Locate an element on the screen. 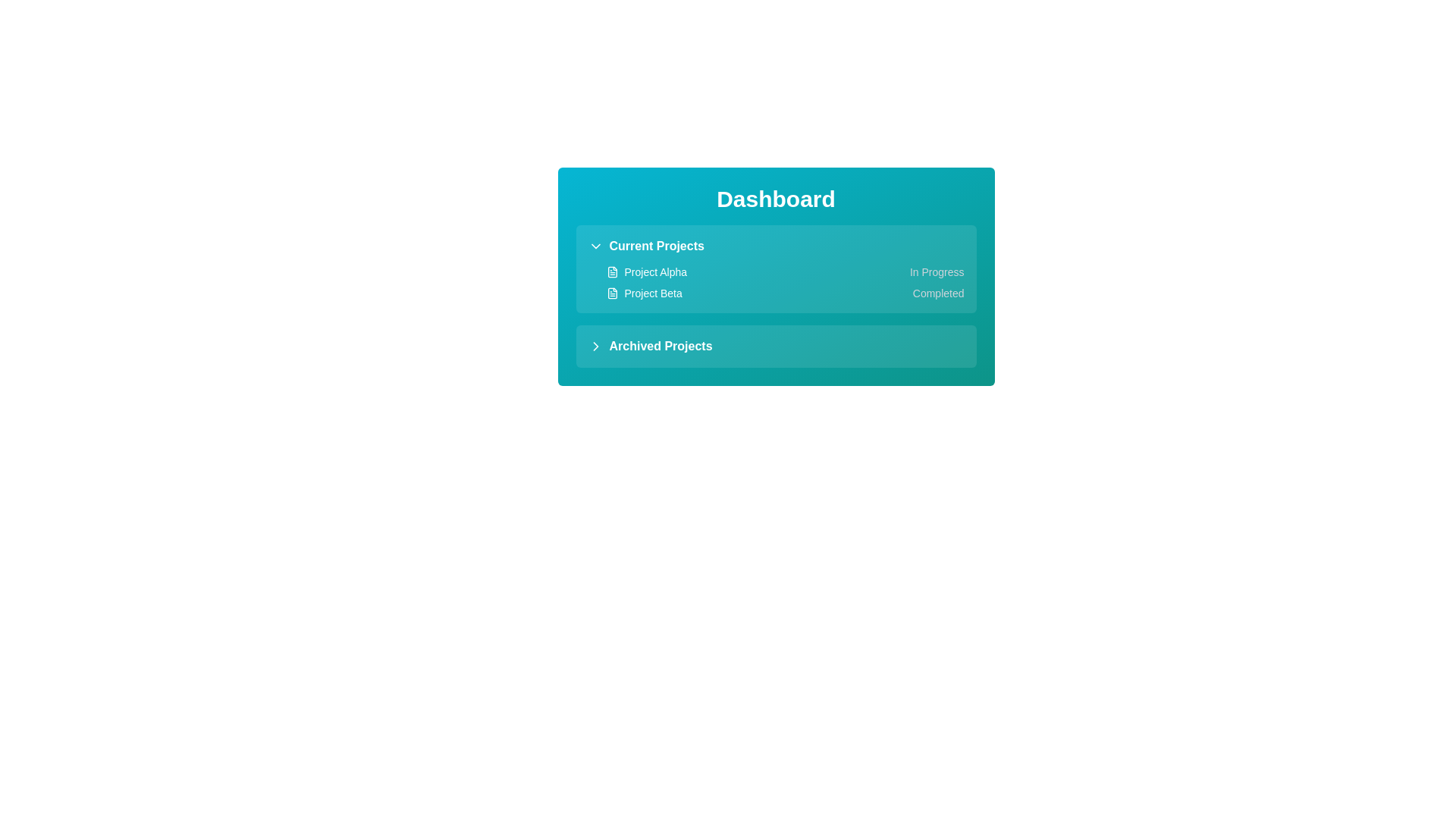 This screenshot has width=1456, height=819. the document icon, which is a graphic representation with a folded corner, located next to the label 'Project Beta' in the project dashboard is located at coordinates (612, 293).